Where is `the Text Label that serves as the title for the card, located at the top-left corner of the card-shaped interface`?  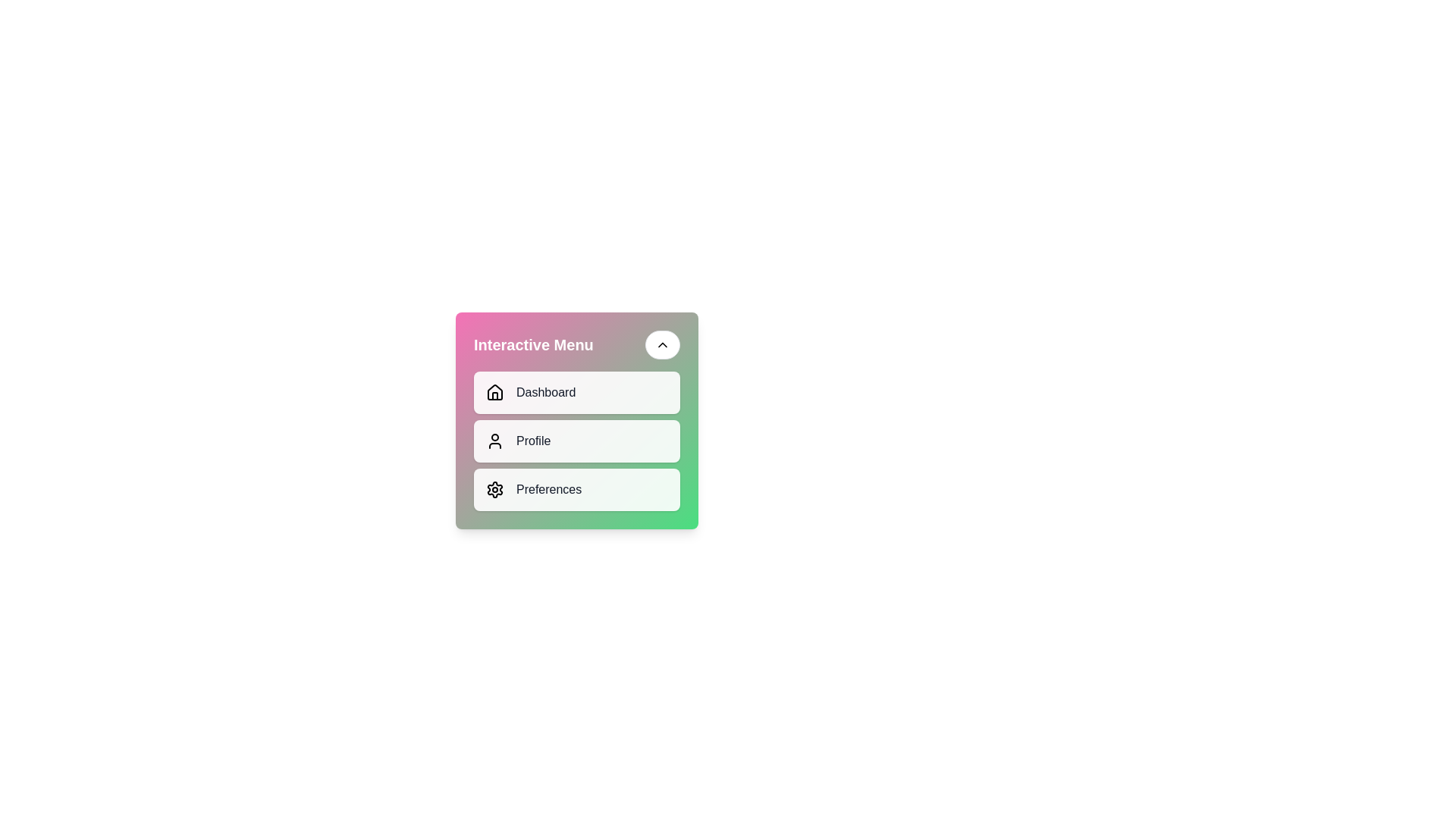
the Text Label that serves as the title for the card, located at the top-left corner of the card-shaped interface is located at coordinates (533, 345).